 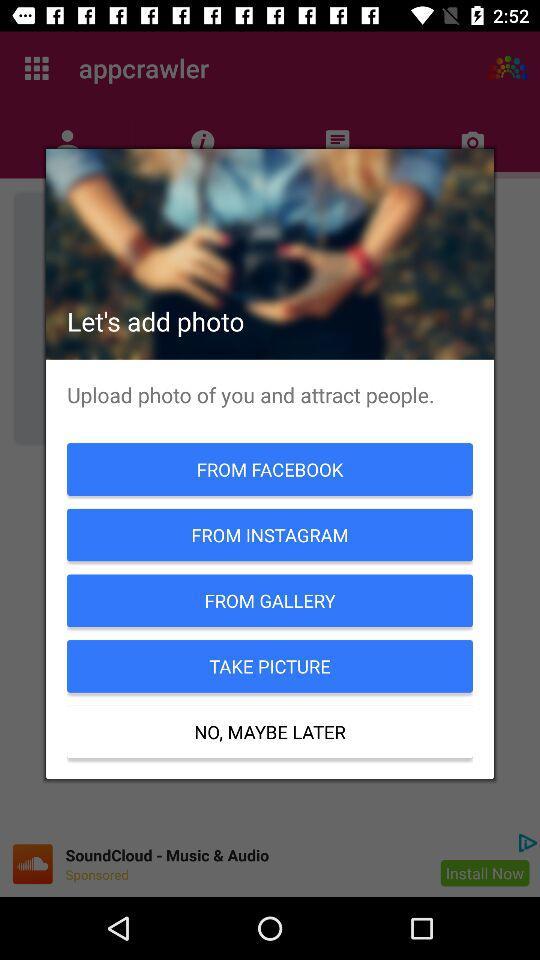 What do you see at coordinates (270, 731) in the screenshot?
I see `the icon below the take picture icon` at bounding box center [270, 731].